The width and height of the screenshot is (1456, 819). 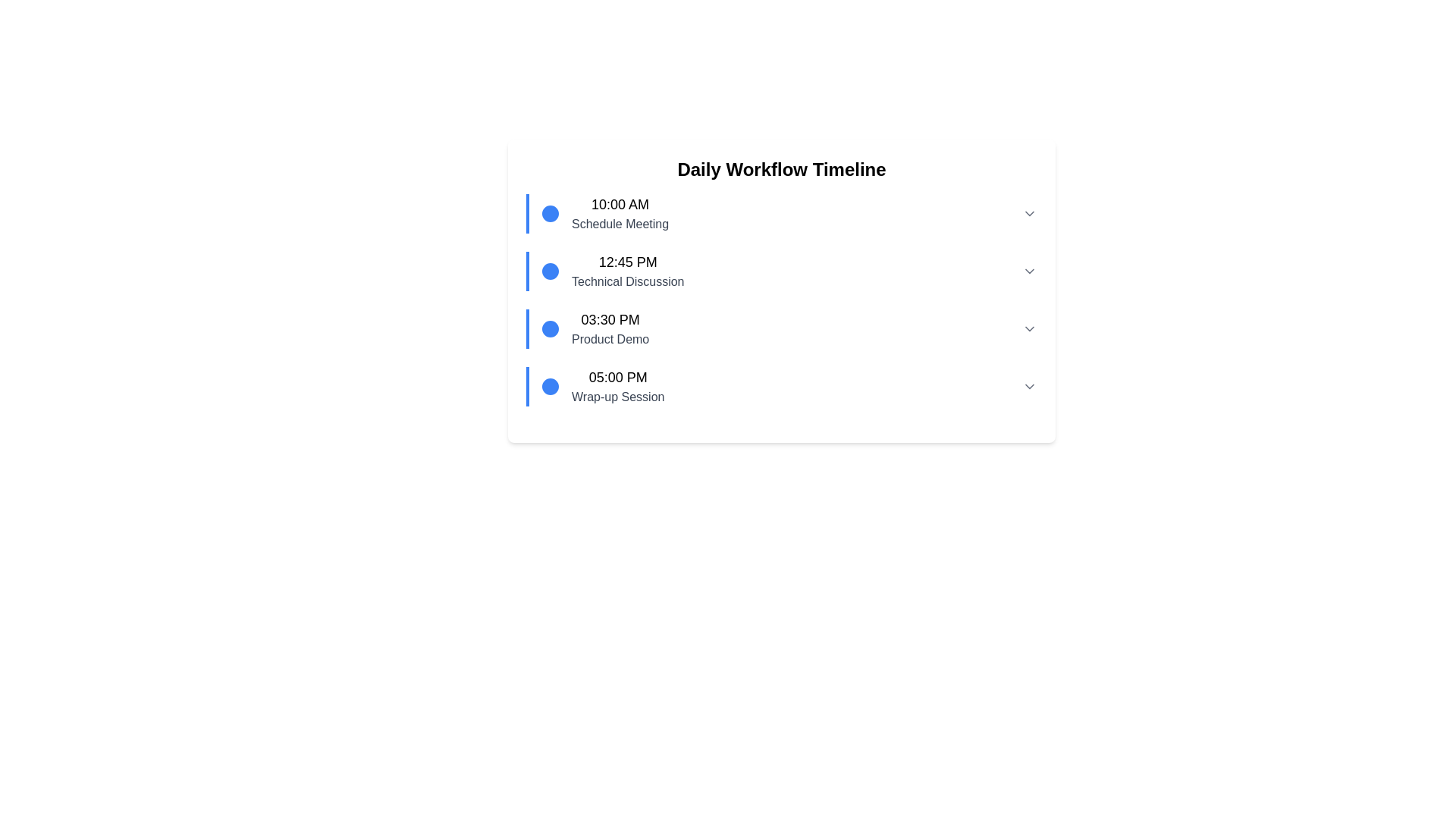 What do you see at coordinates (1030, 213) in the screenshot?
I see `the Chevron icon next to the '10:00 AM Schedule Meeting' entry to change its visual state` at bounding box center [1030, 213].